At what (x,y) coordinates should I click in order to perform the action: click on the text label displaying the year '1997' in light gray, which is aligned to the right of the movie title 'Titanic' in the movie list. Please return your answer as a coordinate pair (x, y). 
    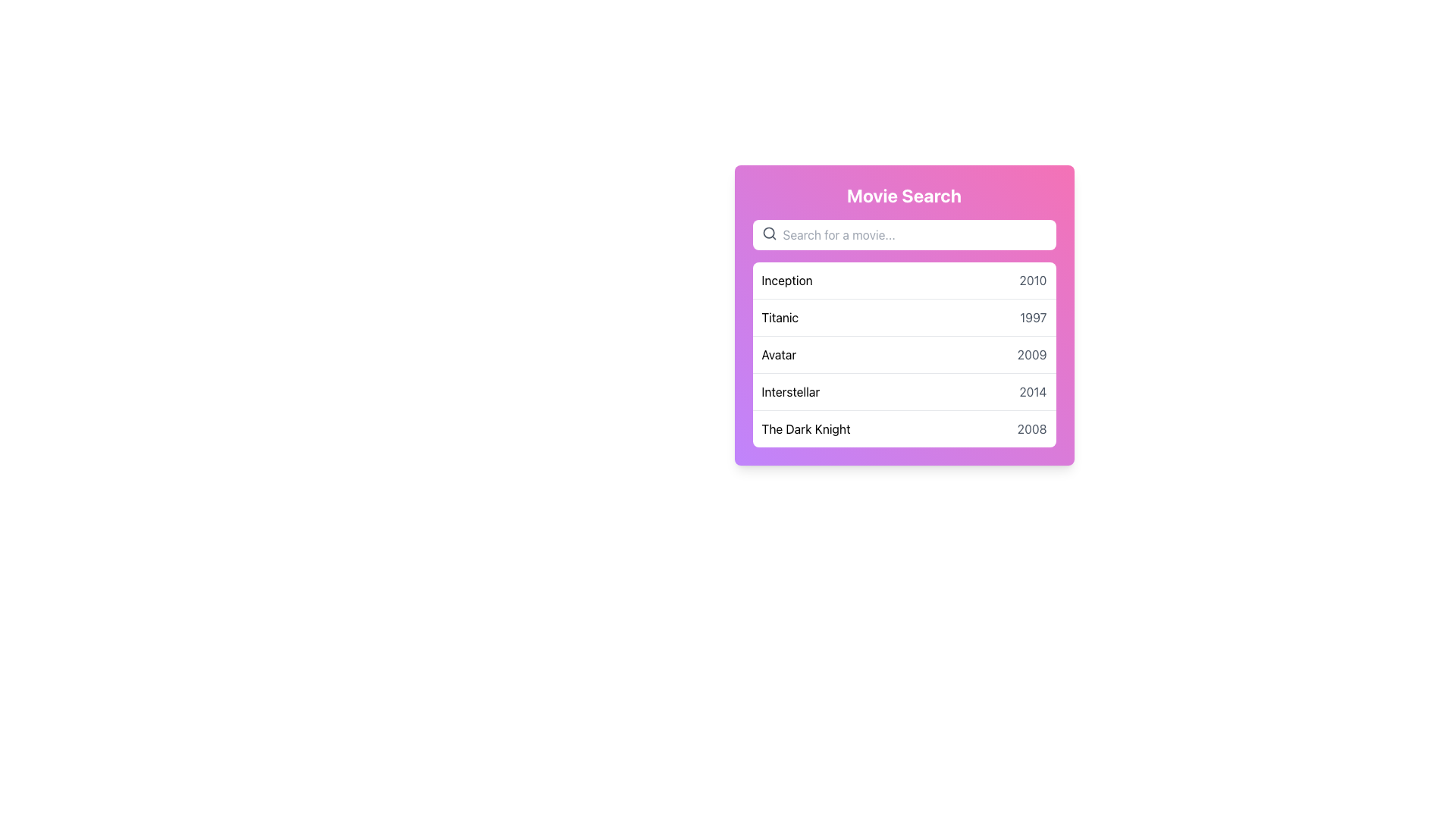
    Looking at the image, I should click on (1032, 317).